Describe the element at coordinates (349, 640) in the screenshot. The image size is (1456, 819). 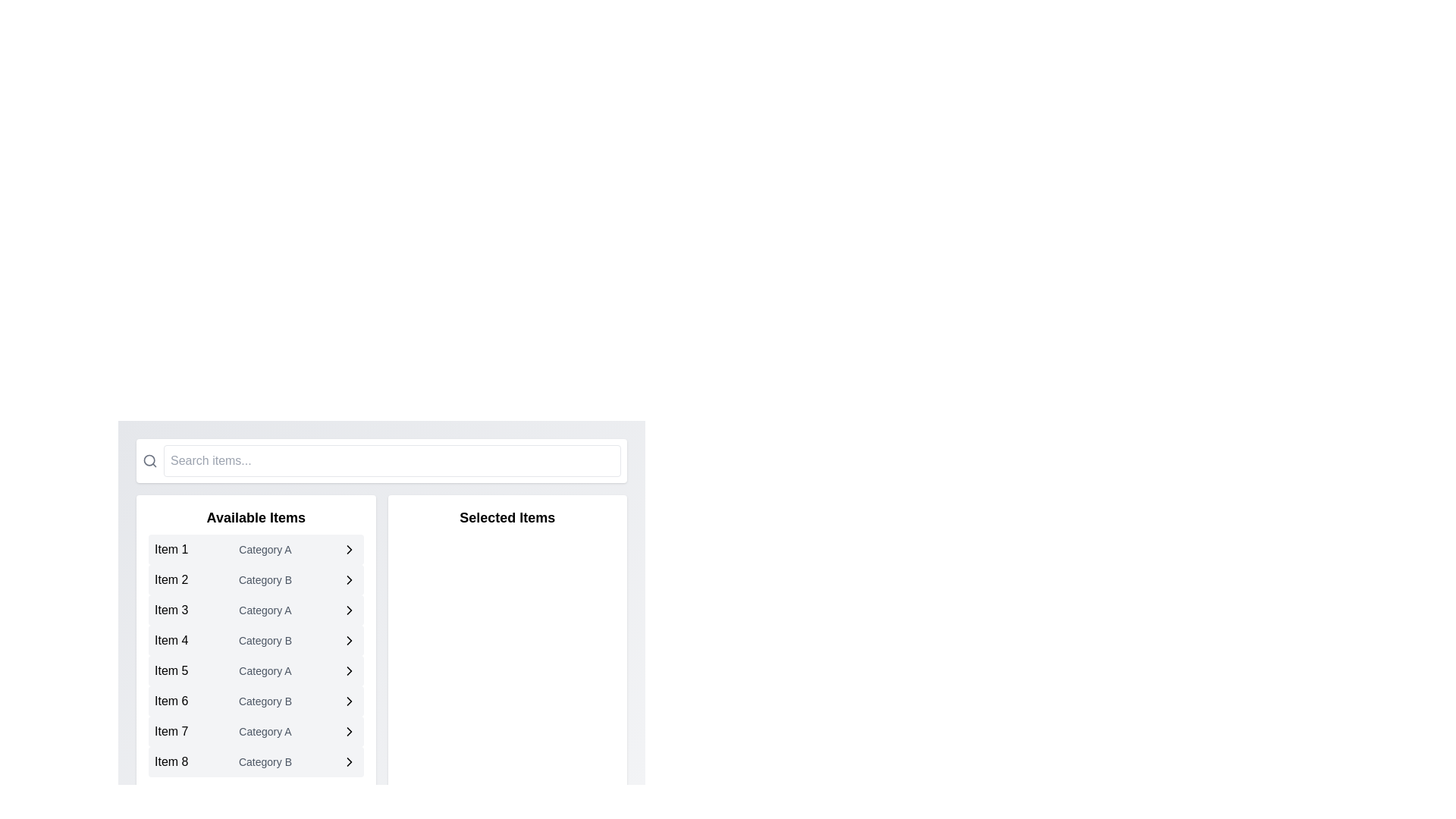
I see `the rightward-pointing chevron icon located in the fourth row of the left-hand column under the 'Available Items' section, after the text 'Category B'` at that location.